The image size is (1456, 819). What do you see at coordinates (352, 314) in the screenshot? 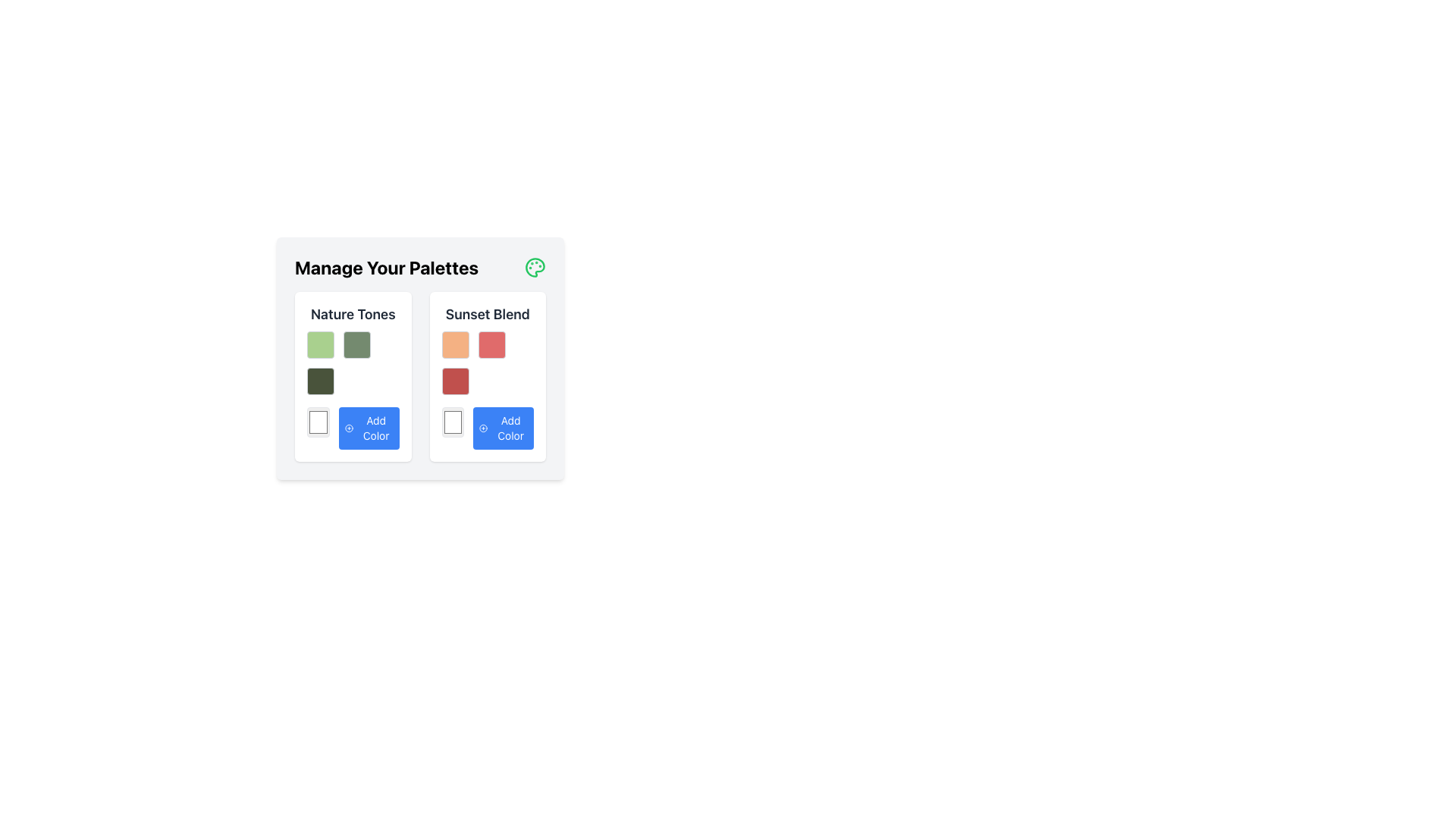
I see `the palette named` at bounding box center [352, 314].